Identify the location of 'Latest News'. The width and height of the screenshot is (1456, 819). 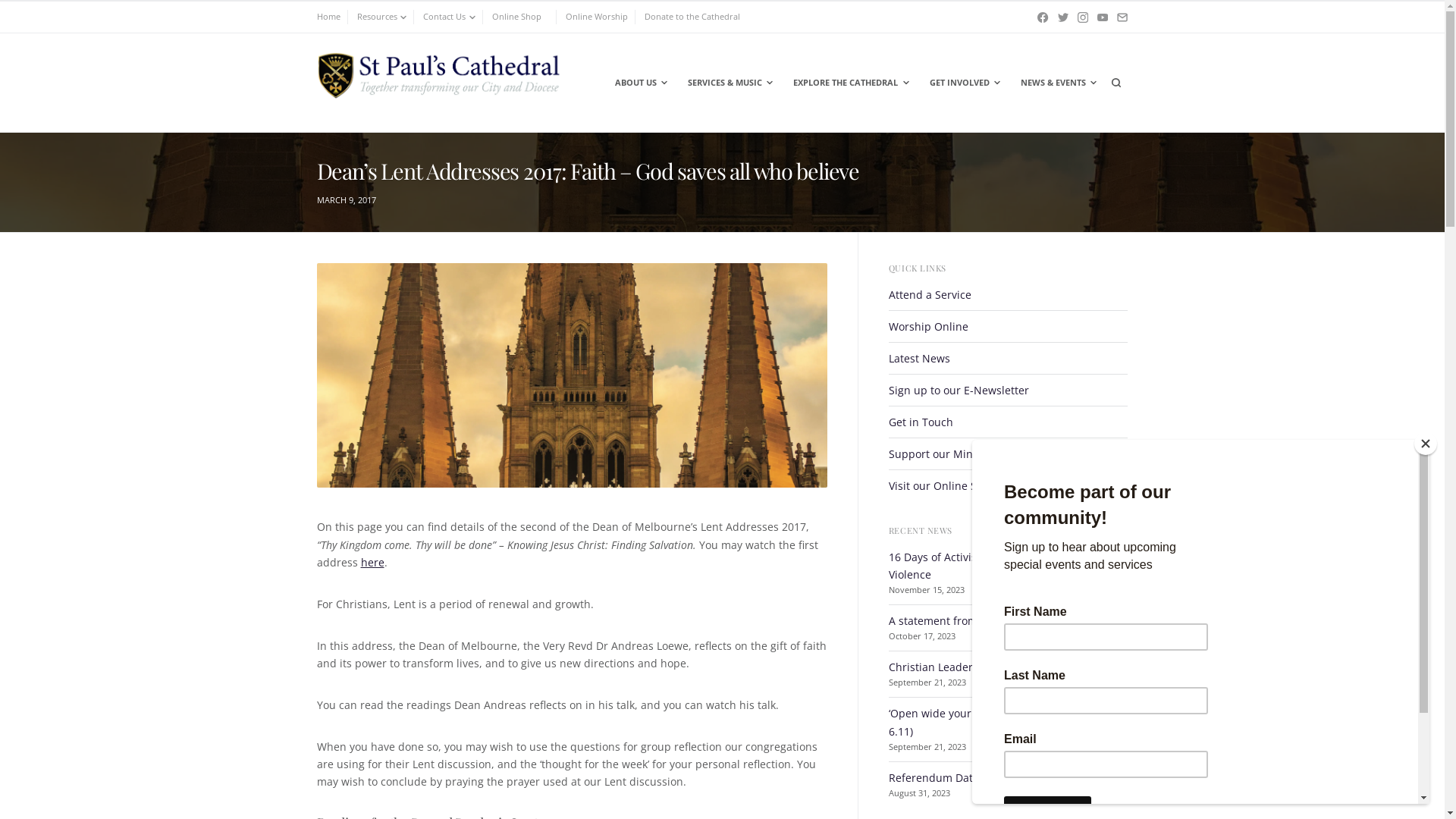
(918, 358).